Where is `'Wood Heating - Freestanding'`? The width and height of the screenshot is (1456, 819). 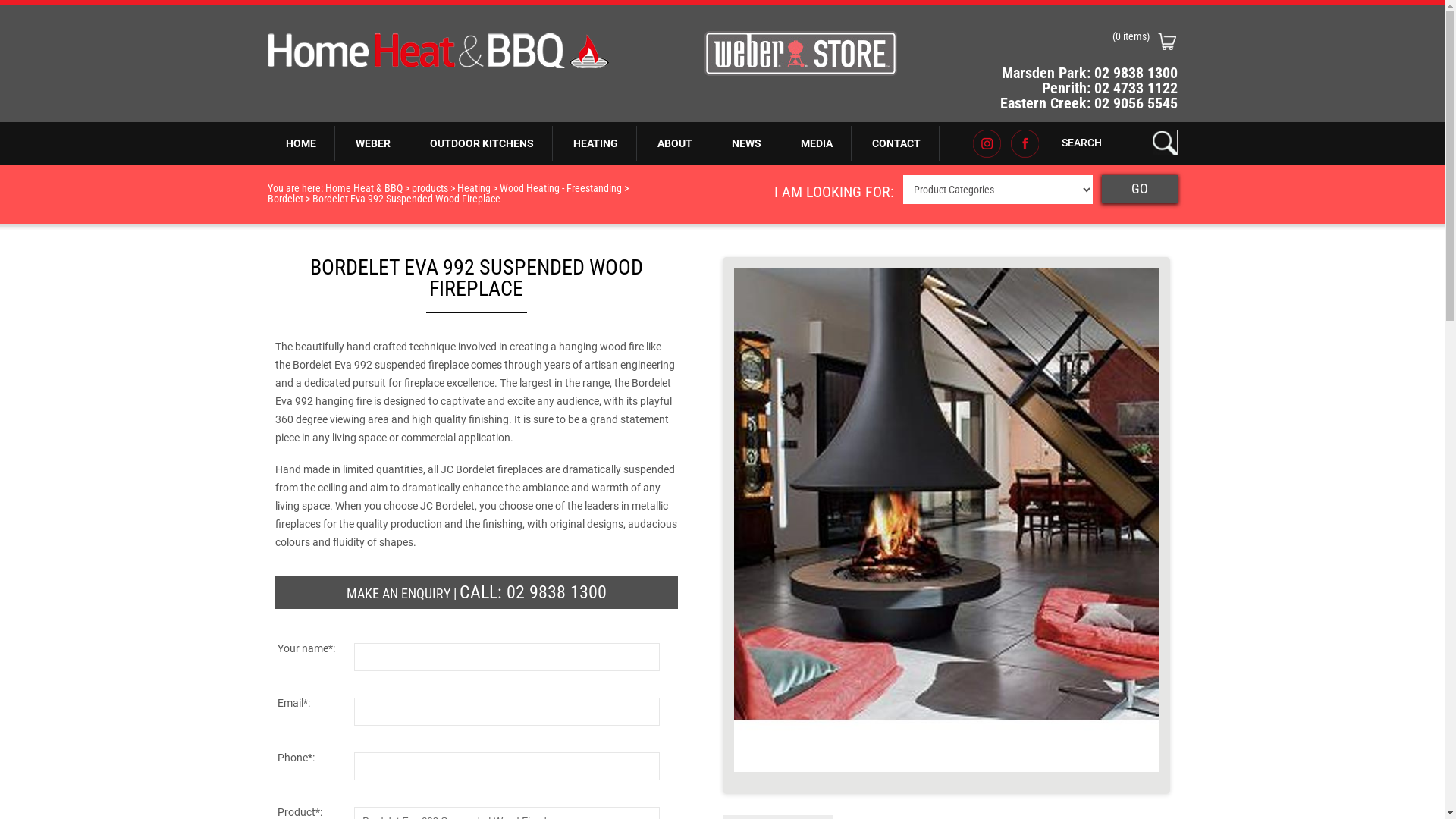 'Wood Heating - Freestanding' is located at coordinates (559, 187).